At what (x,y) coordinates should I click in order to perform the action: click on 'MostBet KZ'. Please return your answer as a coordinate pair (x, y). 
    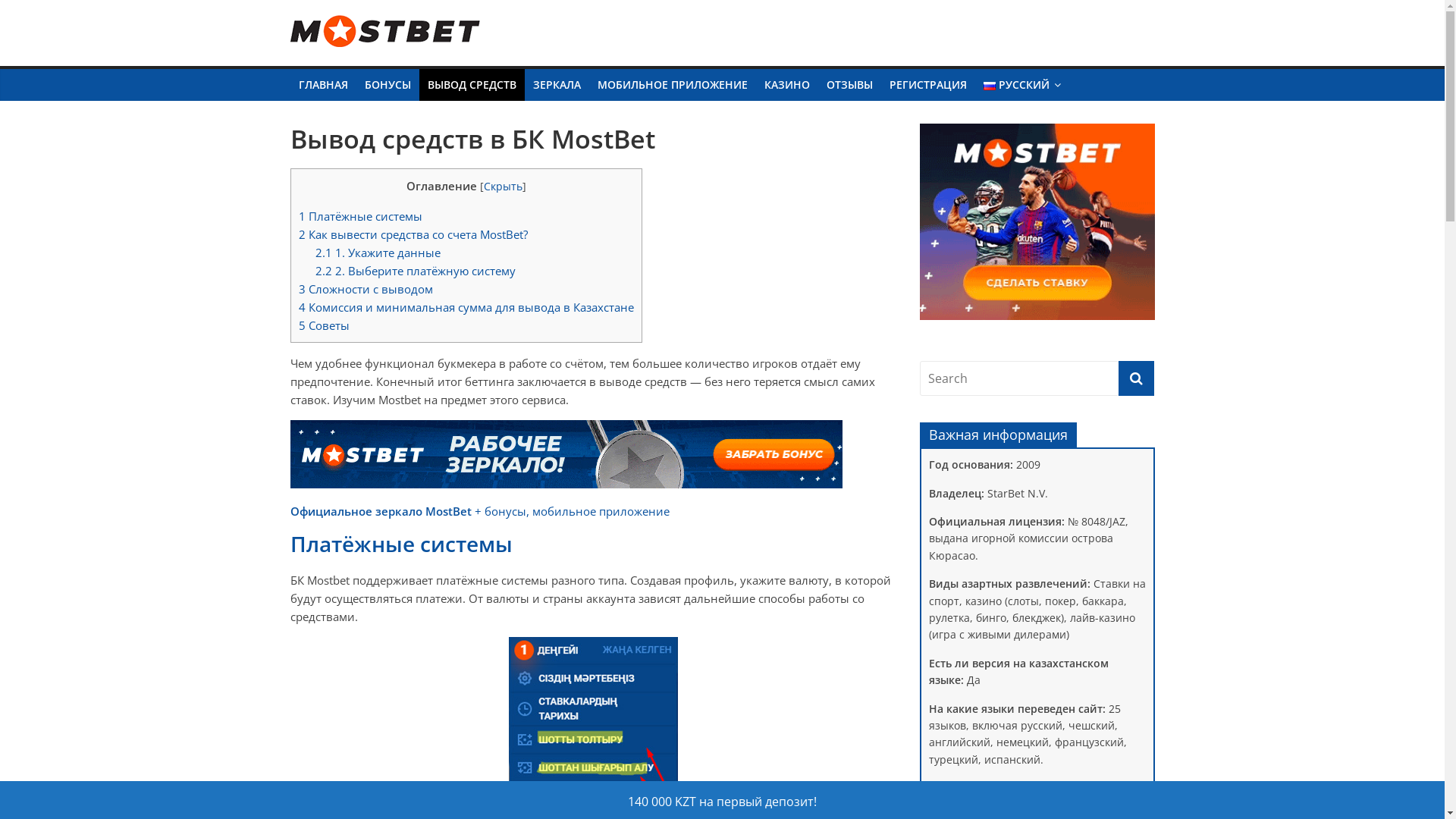
    Looking at the image, I should click on (356, 55).